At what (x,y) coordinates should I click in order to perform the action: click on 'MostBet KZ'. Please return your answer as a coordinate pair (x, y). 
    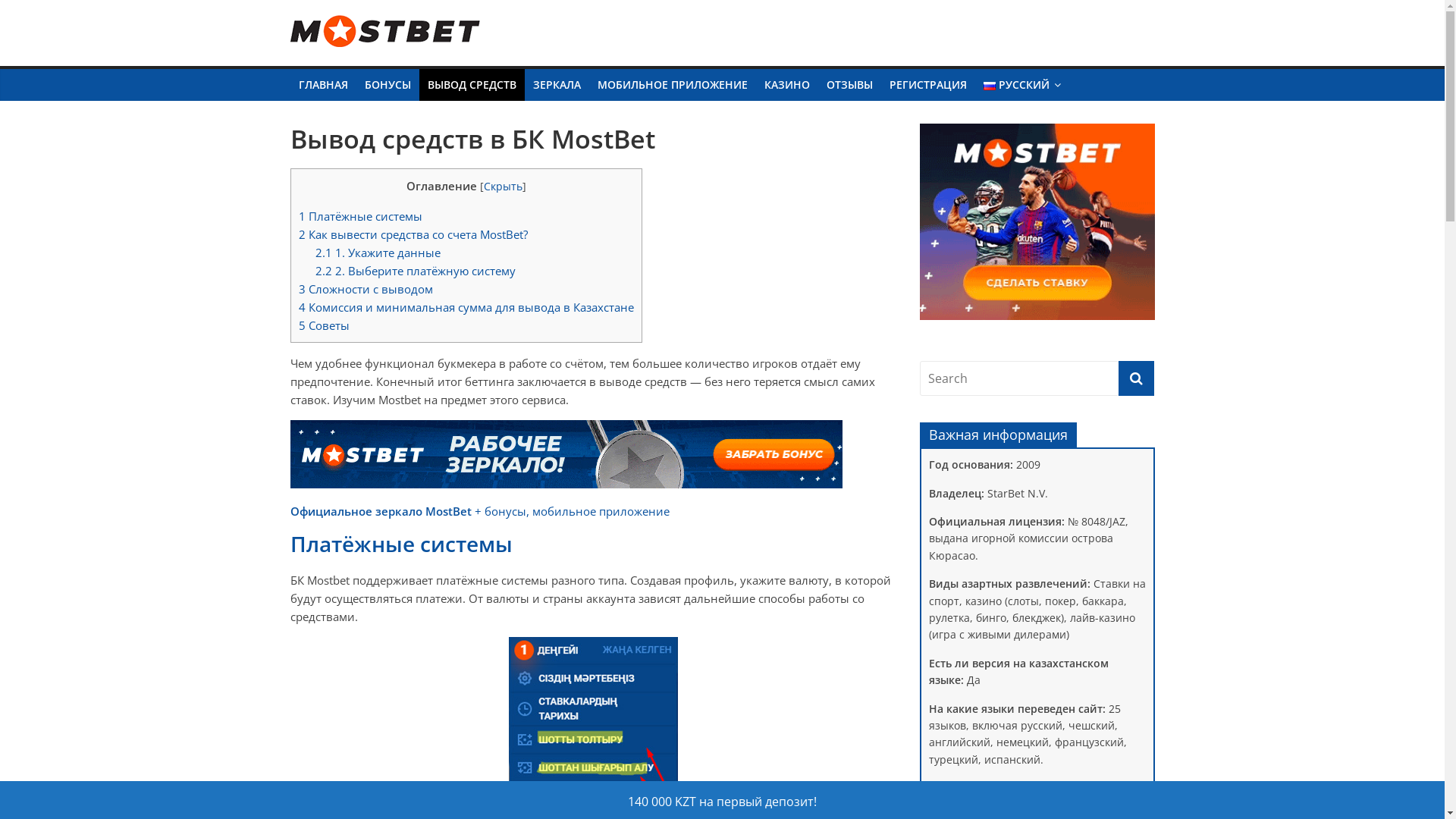
    Looking at the image, I should click on (356, 55).